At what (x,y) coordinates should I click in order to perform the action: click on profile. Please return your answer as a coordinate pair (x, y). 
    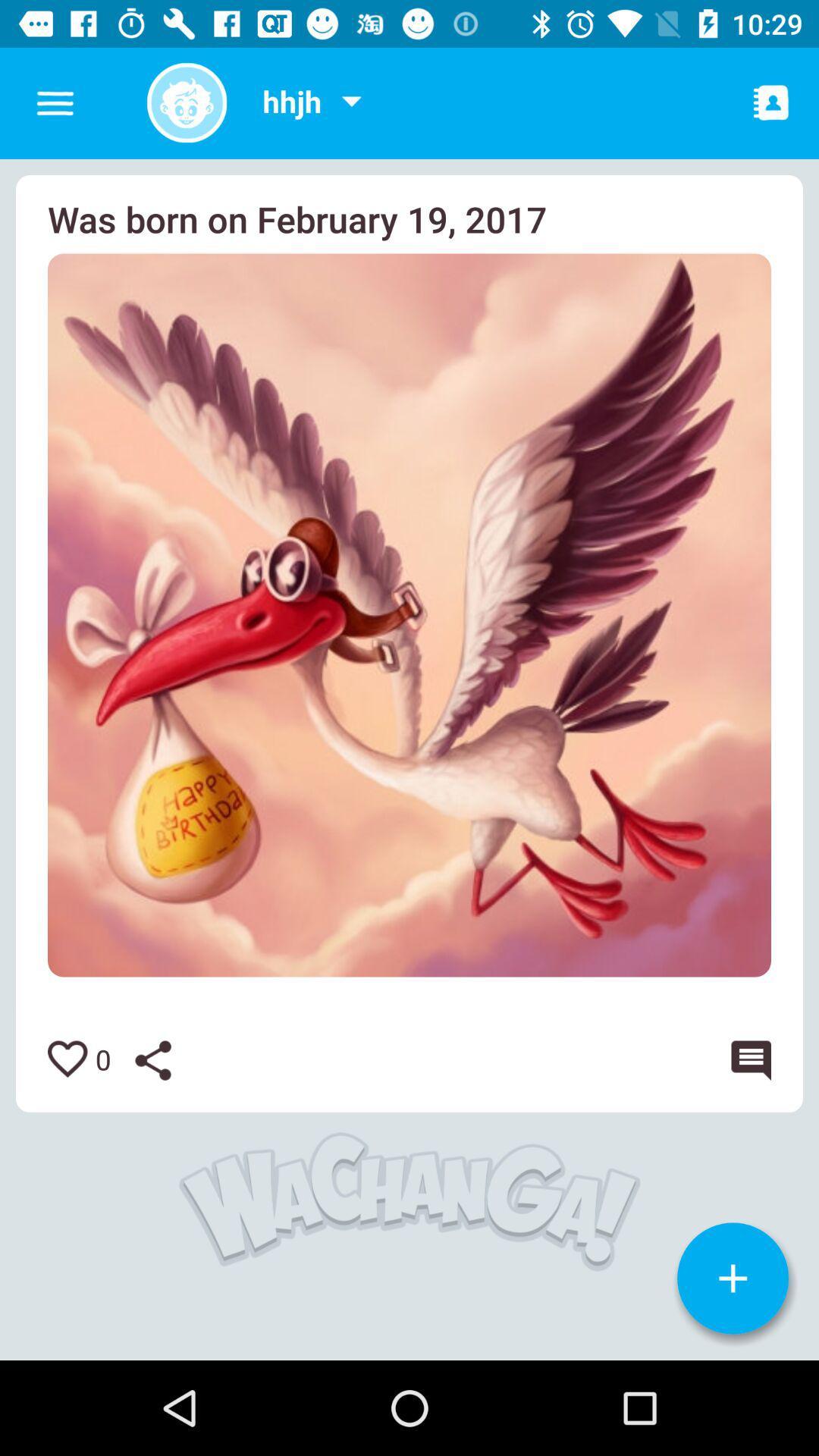
    Looking at the image, I should click on (186, 102).